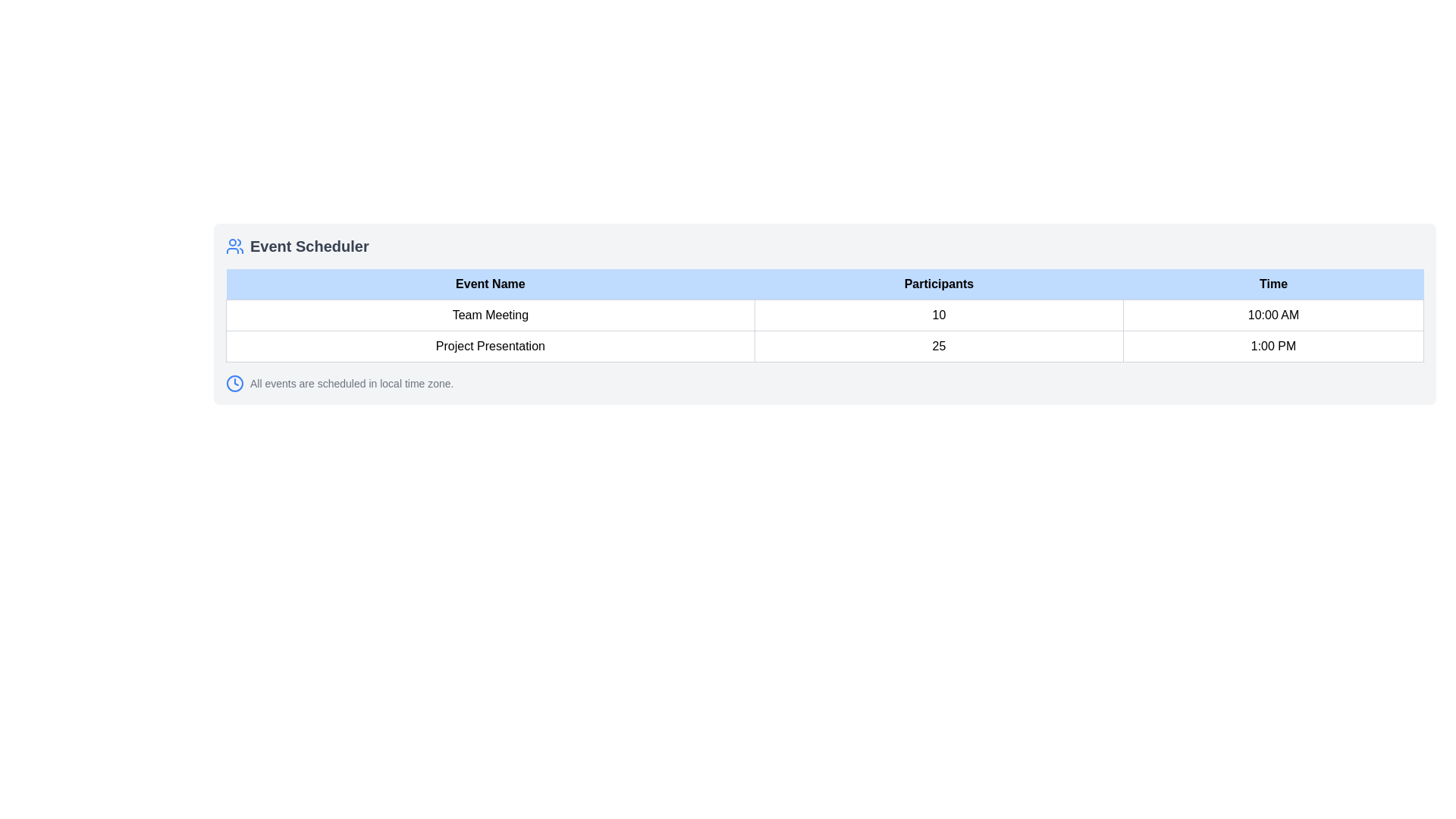  I want to click on the text label displaying the time for the 'Project Presentation' event, located in the third column of the table under the 'Time' header, so click(1273, 346).